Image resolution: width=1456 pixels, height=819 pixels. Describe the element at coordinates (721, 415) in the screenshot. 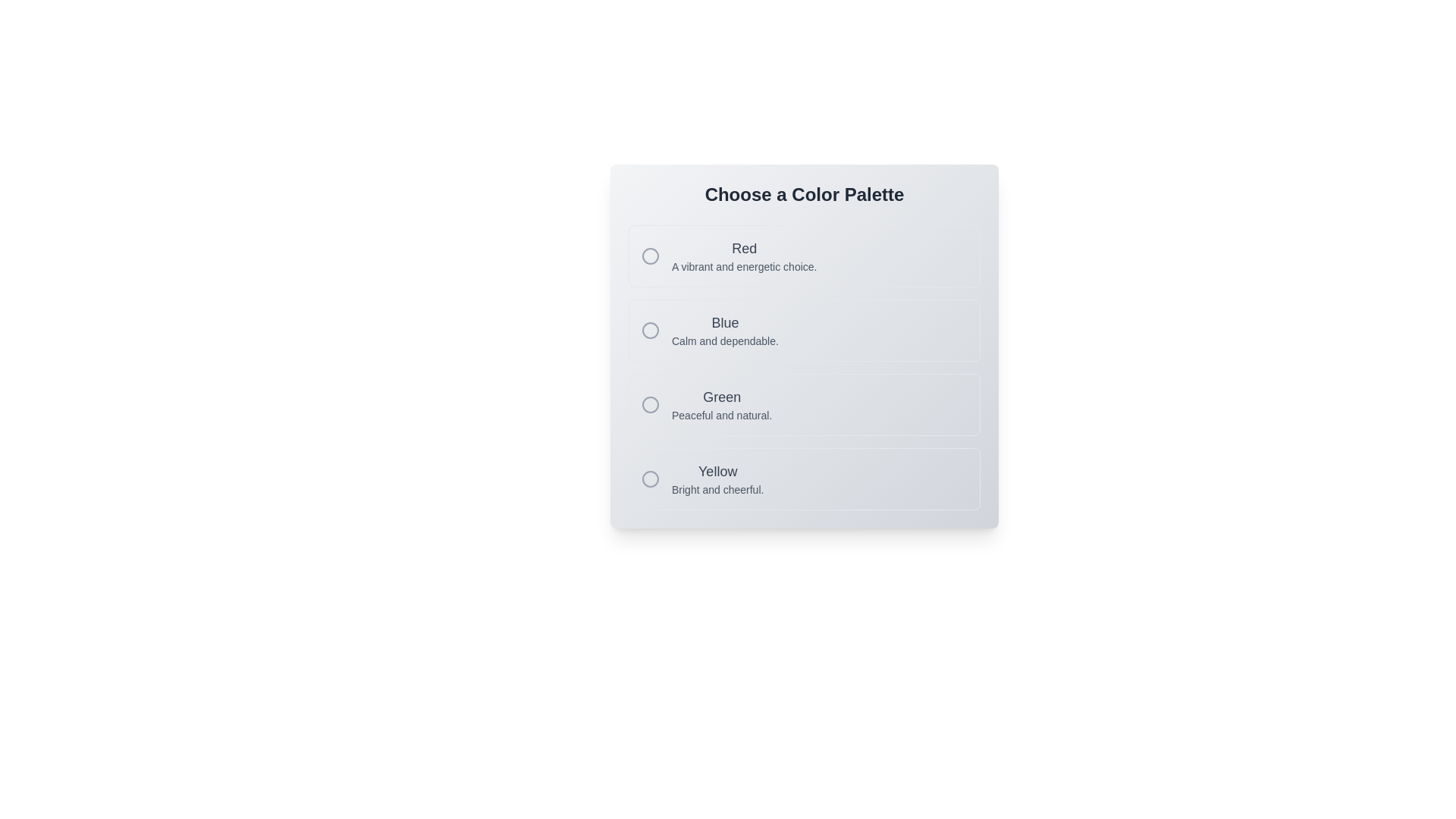

I see `the text label reading 'Peaceful and natural.' which is styled with a smaller font size and light gray color, positioned below the 'Green' option in the color palette selection menu` at that location.